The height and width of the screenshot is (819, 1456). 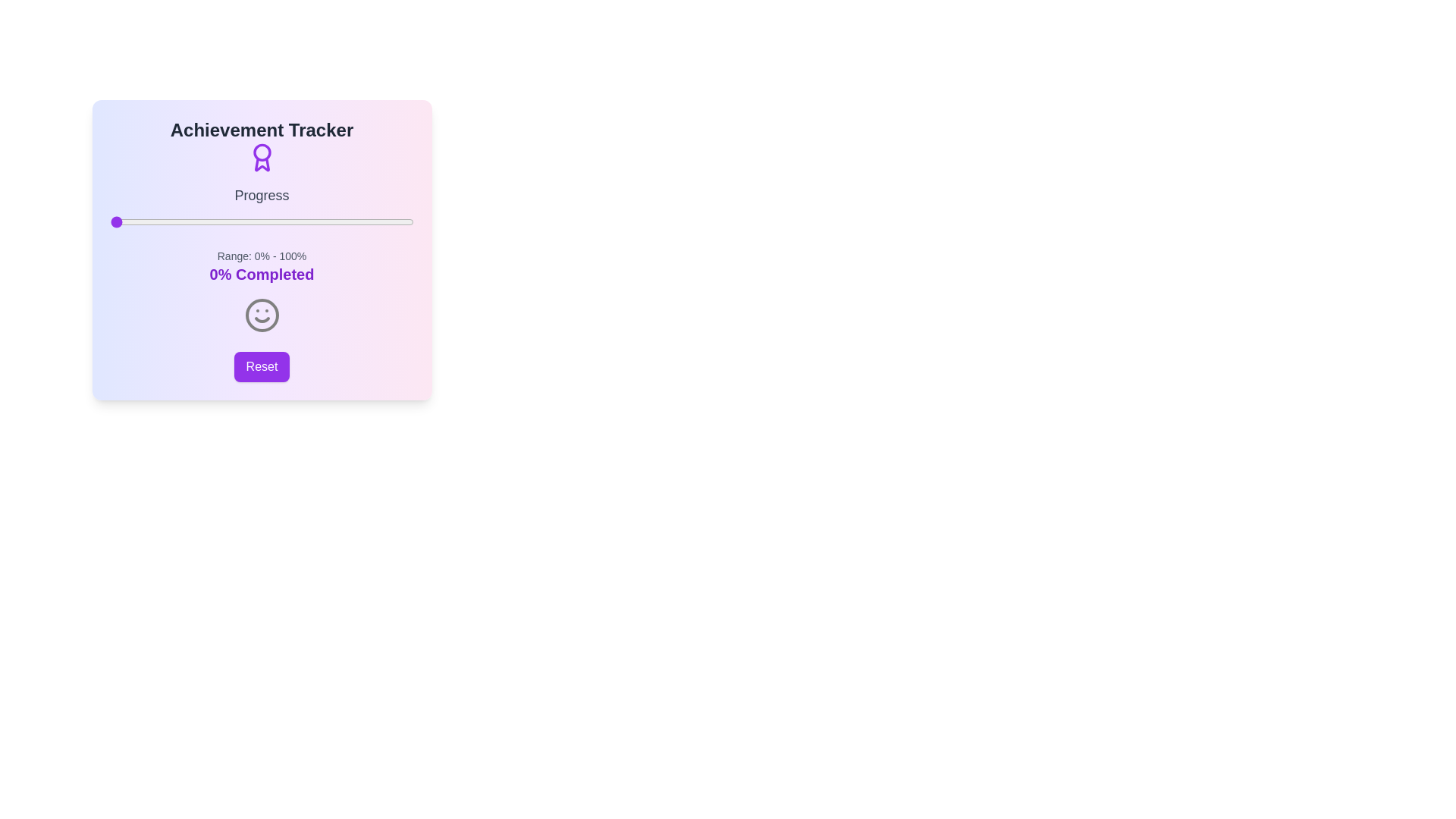 I want to click on the progress slider to 38%, so click(x=224, y=222).